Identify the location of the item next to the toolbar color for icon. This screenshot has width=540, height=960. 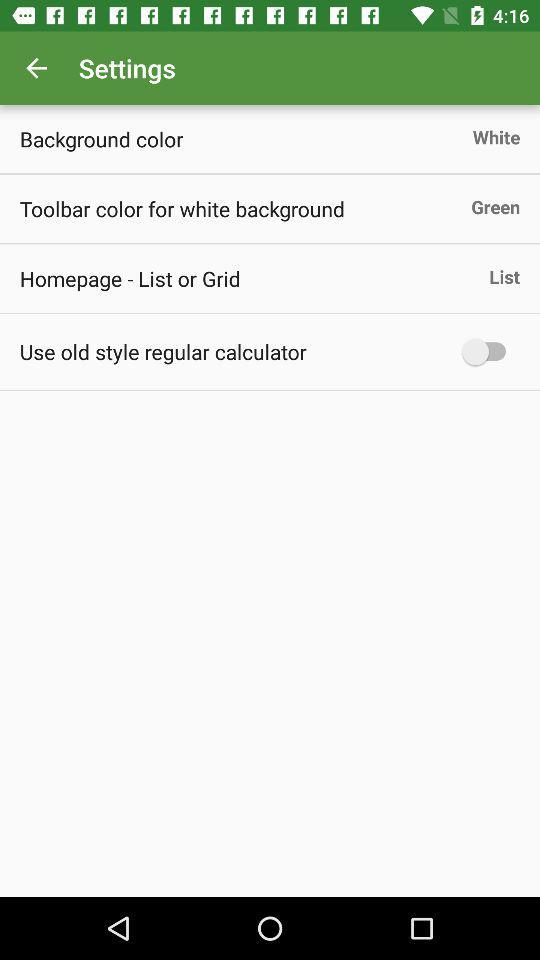
(494, 206).